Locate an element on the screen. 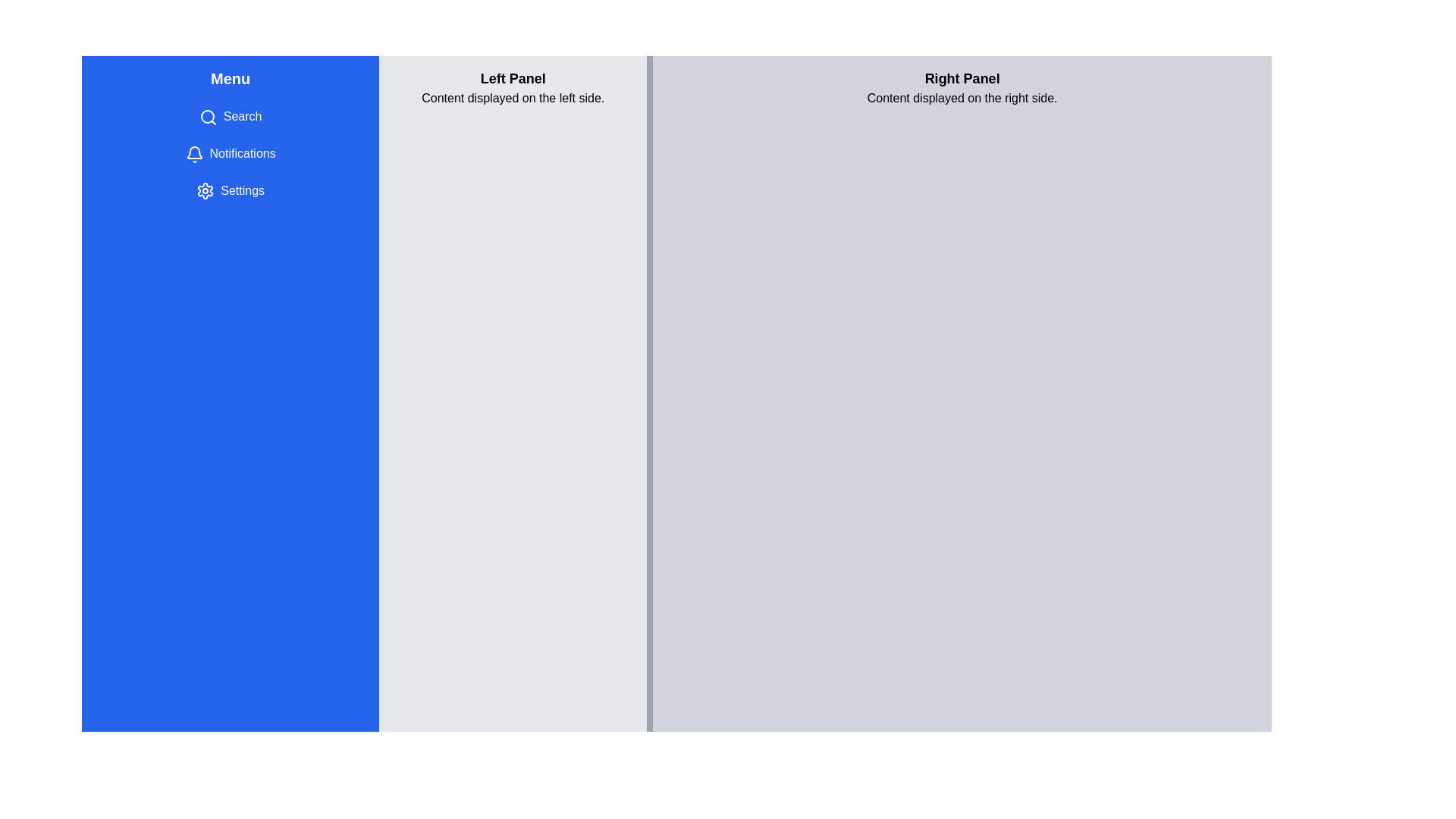 The image size is (1456, 819). the search icon located at the top of the sidebar menu to initiate the search functionality is located at coordinates (207, 116).